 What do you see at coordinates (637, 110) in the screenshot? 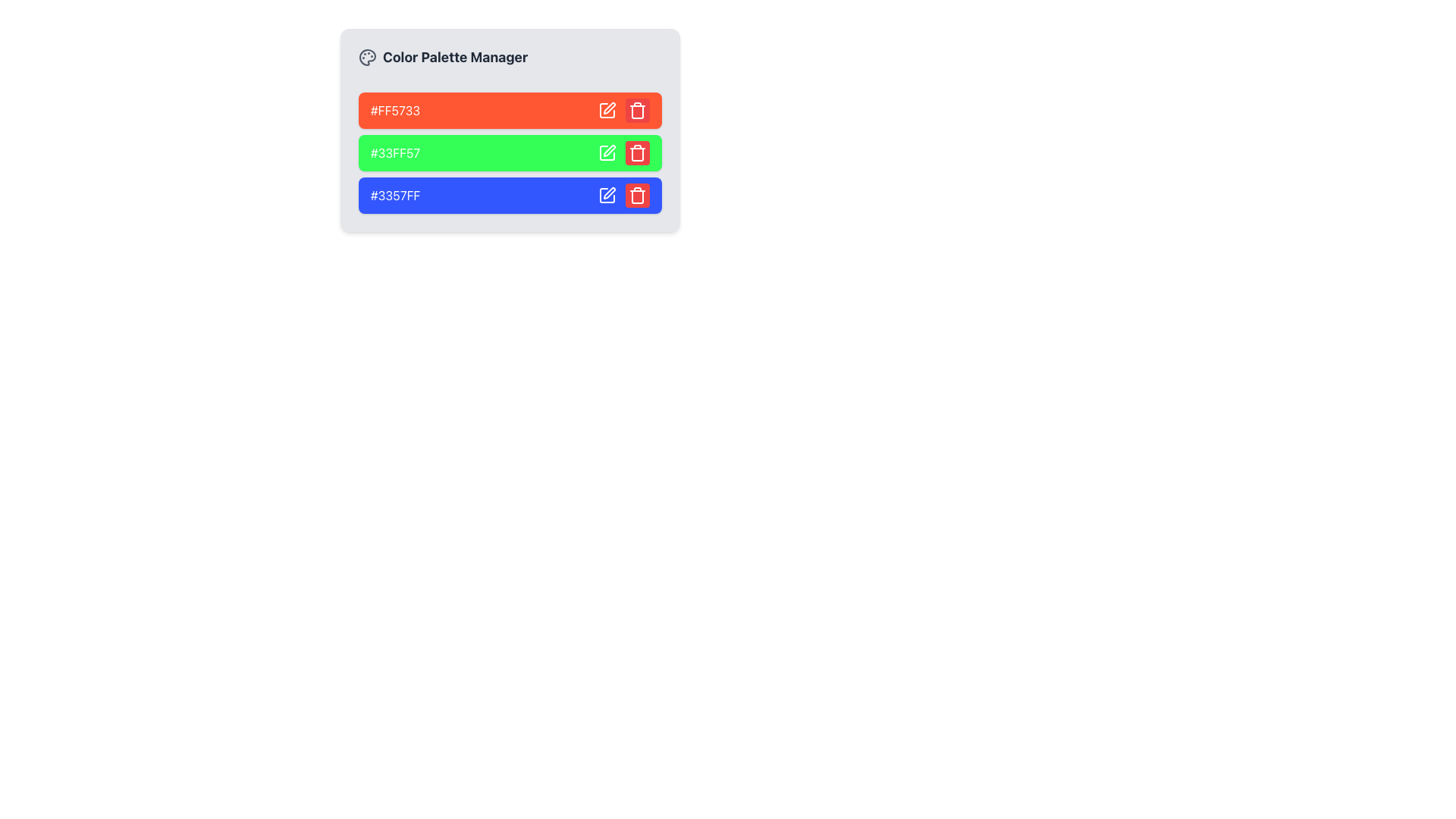
I see `the trash can icon button, which is outlined with rounded corners and displayed in white against a vivid red background` at bounding box center [637, 110].